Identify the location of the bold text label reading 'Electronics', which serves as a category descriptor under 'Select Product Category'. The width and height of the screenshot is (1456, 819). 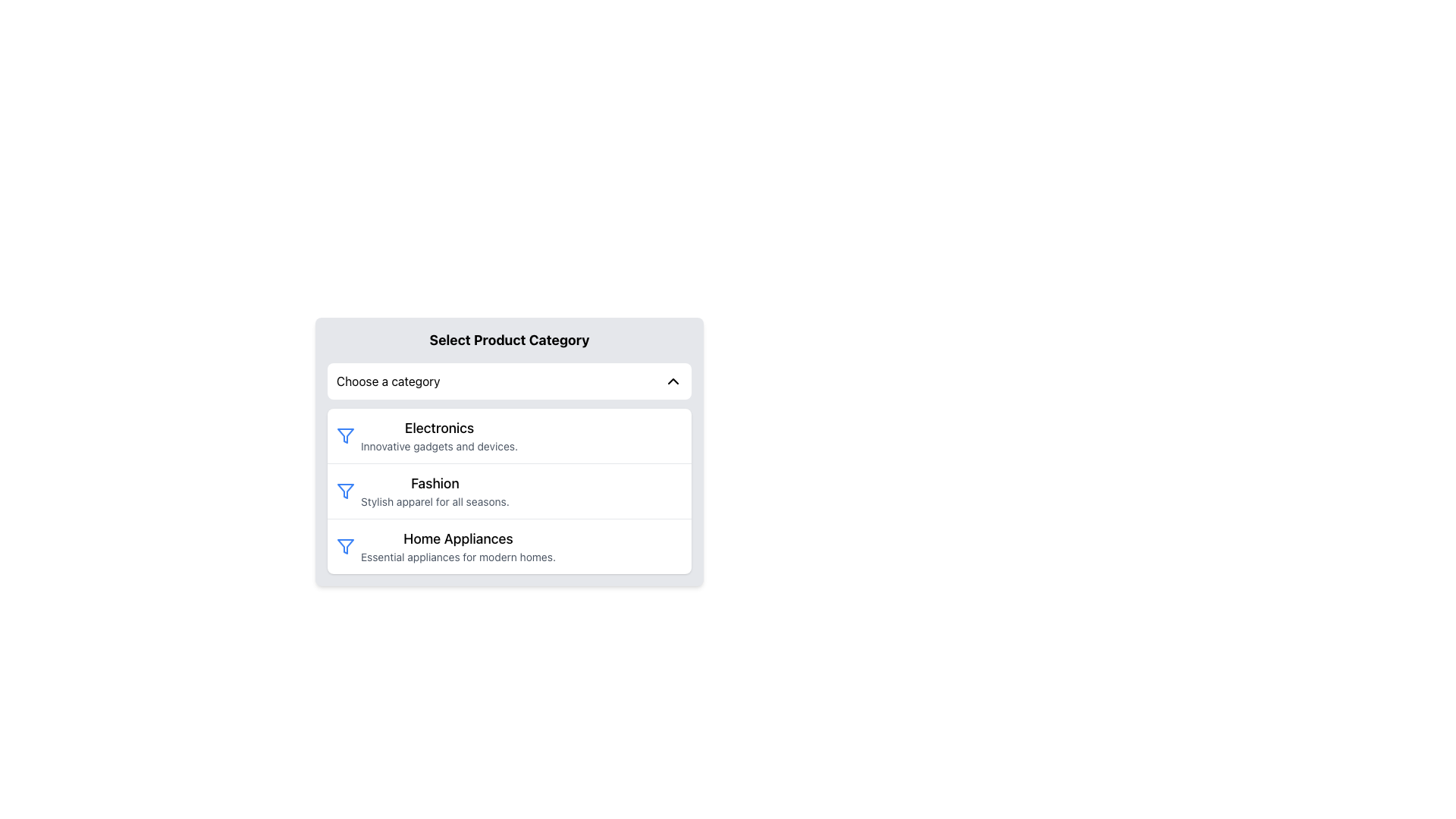
(438, 428).